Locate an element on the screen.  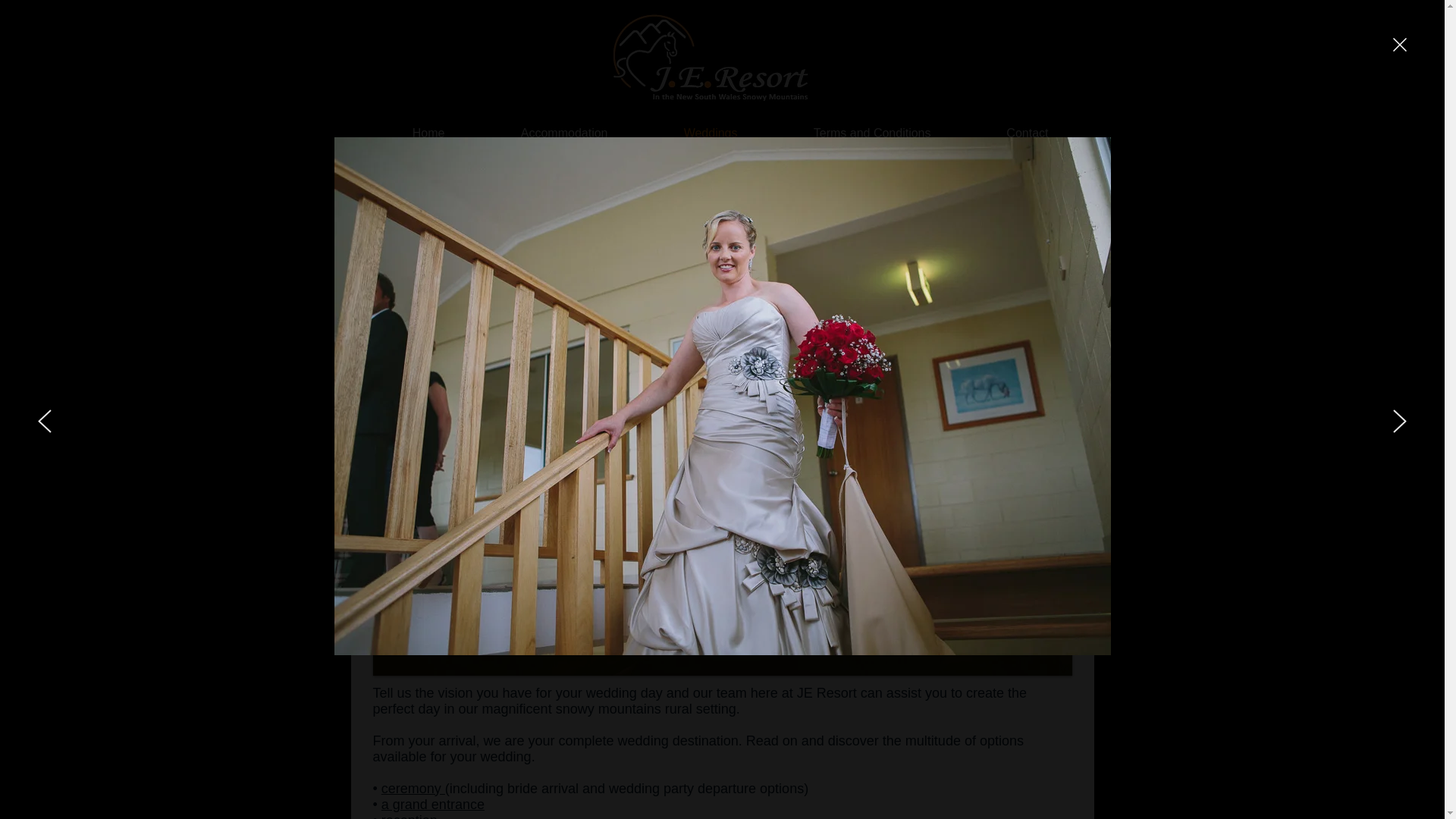
'a grand entrance' is located at coordinates (432, 803).